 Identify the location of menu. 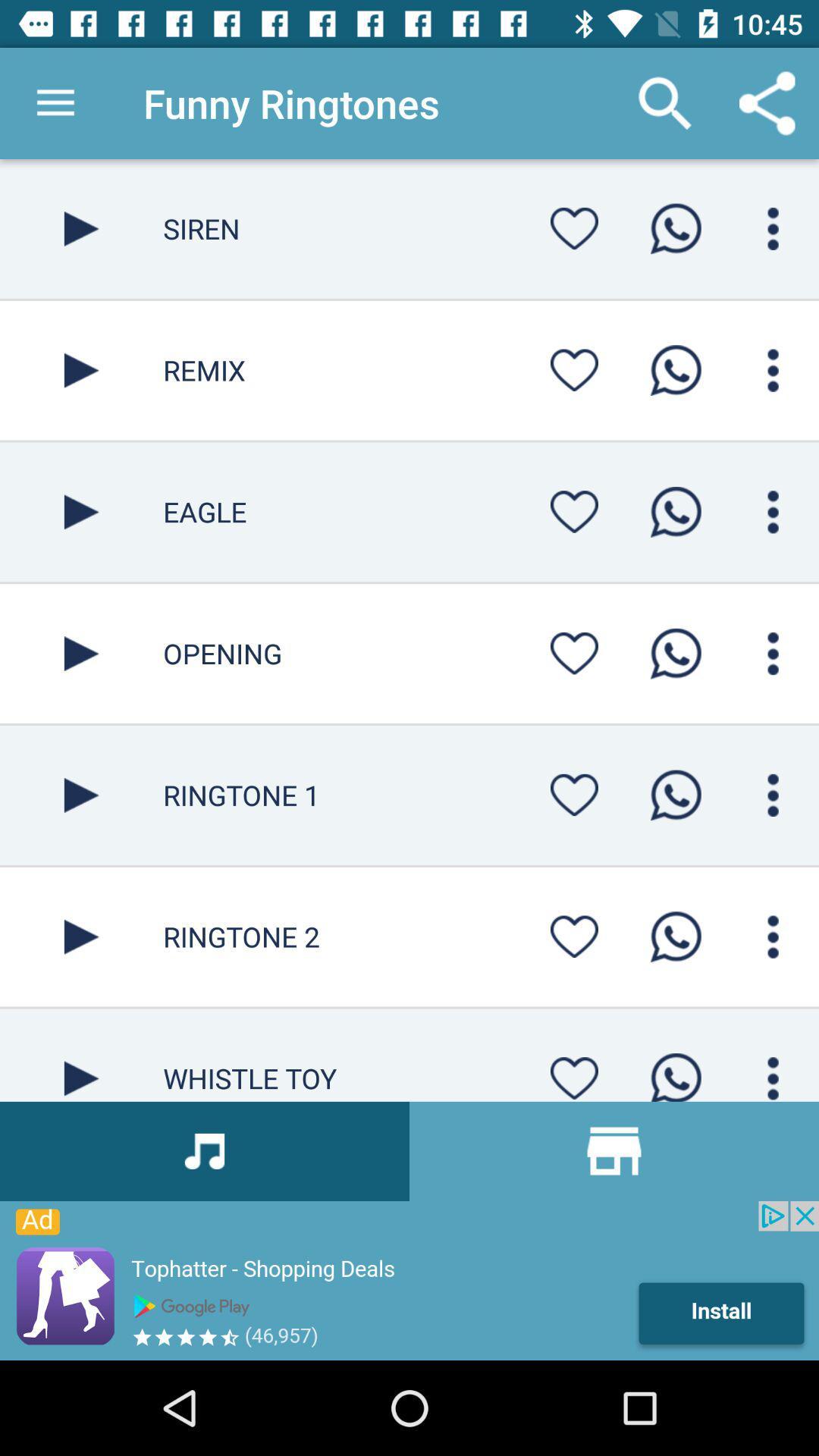
(574, 227).